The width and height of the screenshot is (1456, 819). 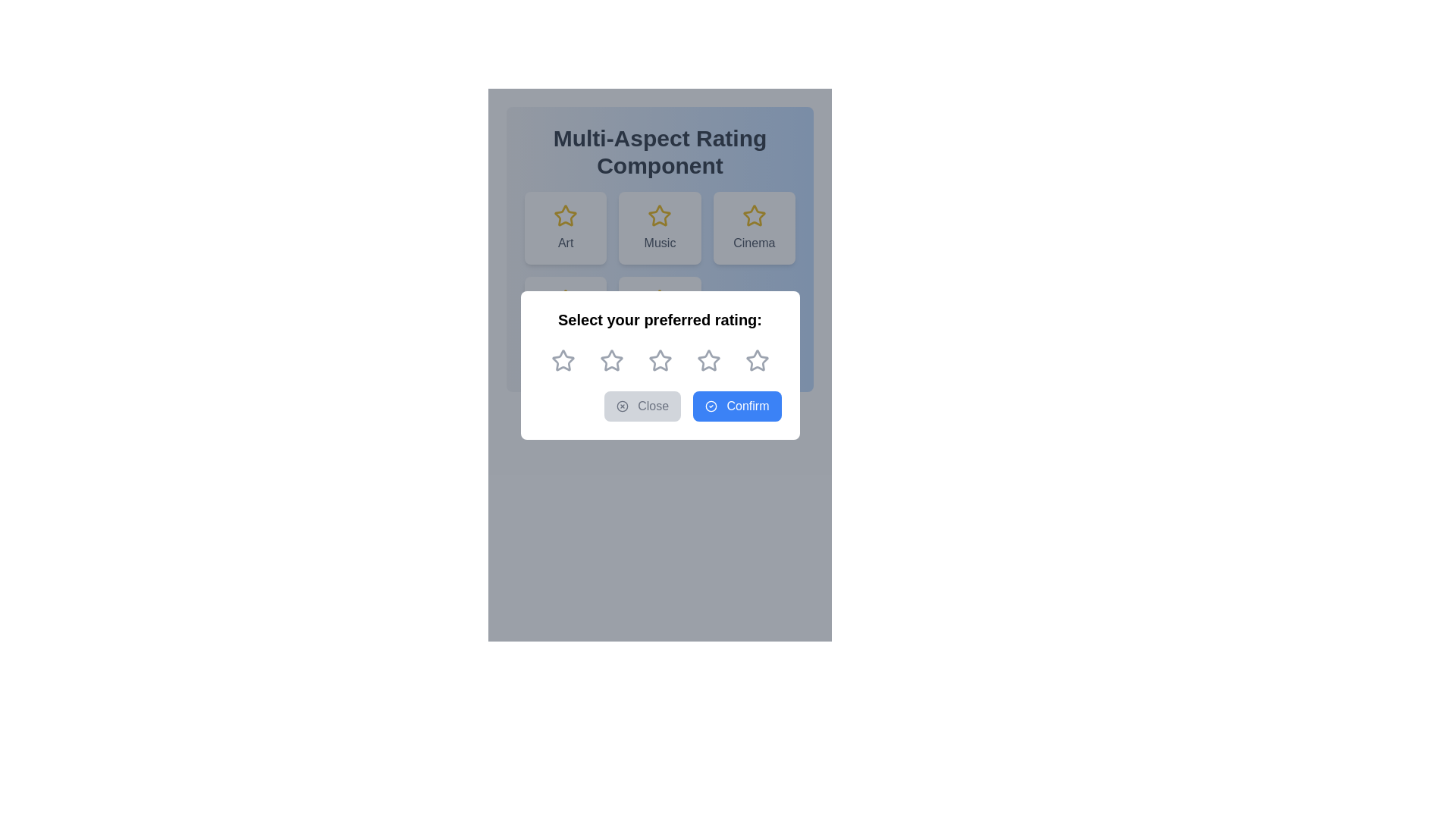 What do you see at coordinates (622, 406) in the screenshot?
I see `the 'Close' icon, which is located slightly to the left of the text label 'Close' in the interface` at bounding box center [622, 406].